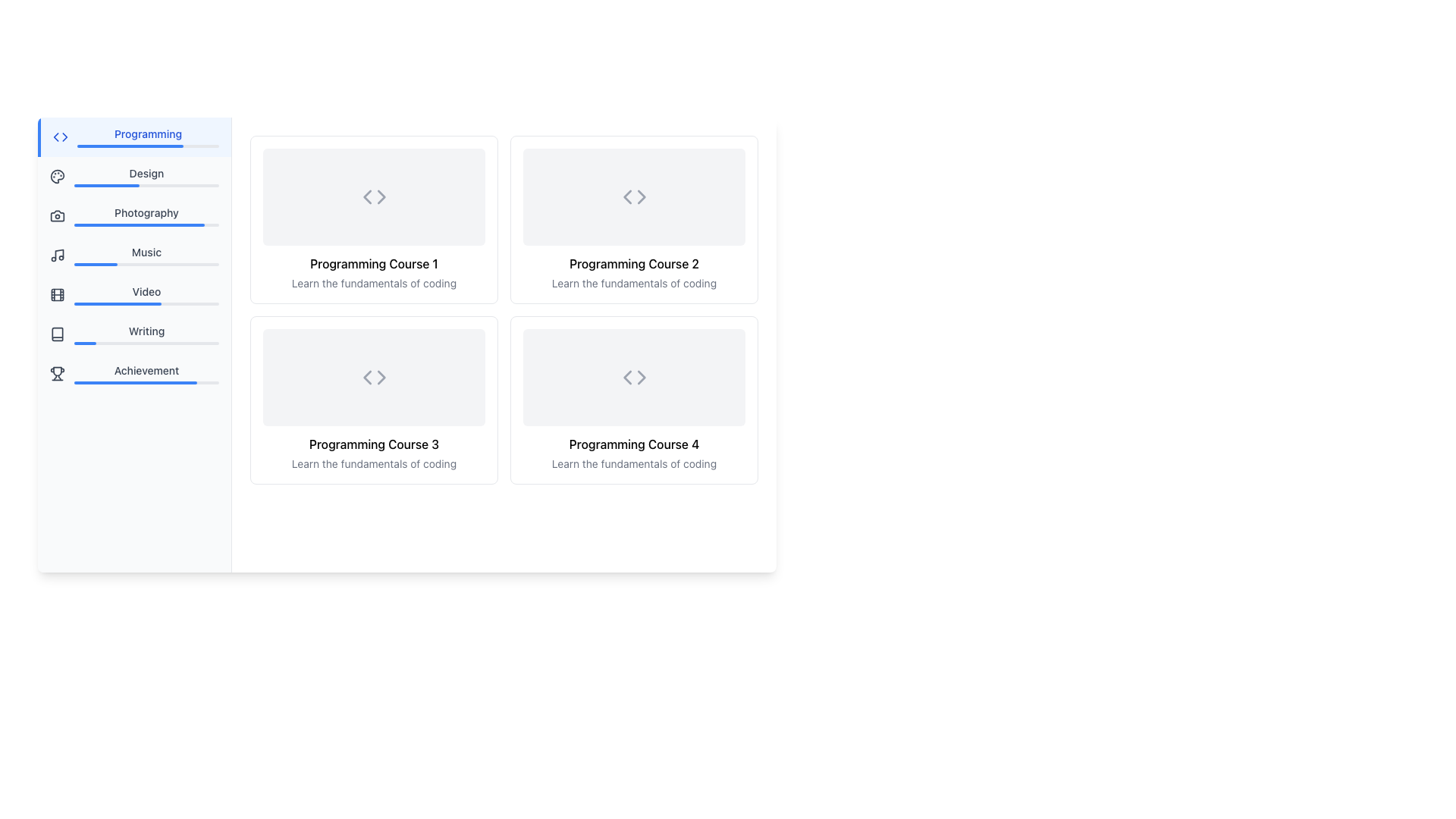 This screenshot has width=1456, height=819. Describe the element at coordinates (146, 371) in the screenshot. I see `the 'Achievement' navigation label in the sidebar, which is located vertically below the 'Writing' label` at that location.